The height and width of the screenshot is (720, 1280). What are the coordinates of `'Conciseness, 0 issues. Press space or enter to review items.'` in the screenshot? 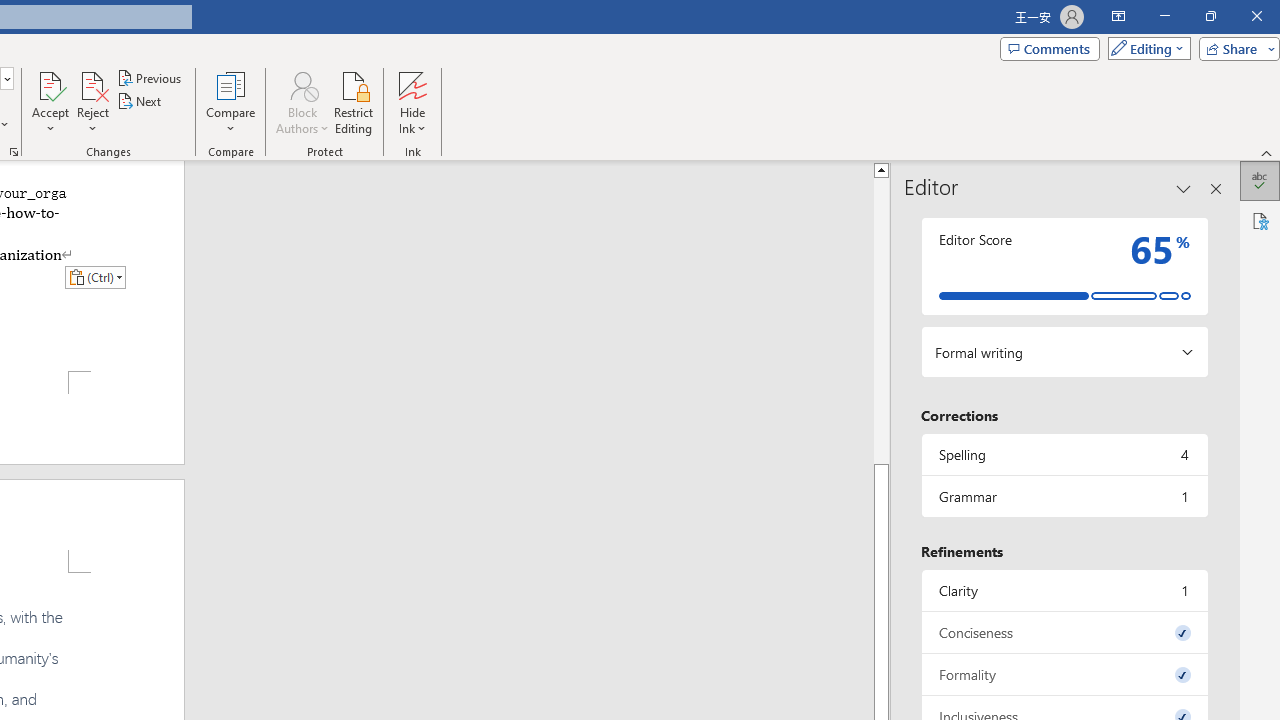 It's located at (1063, 632).